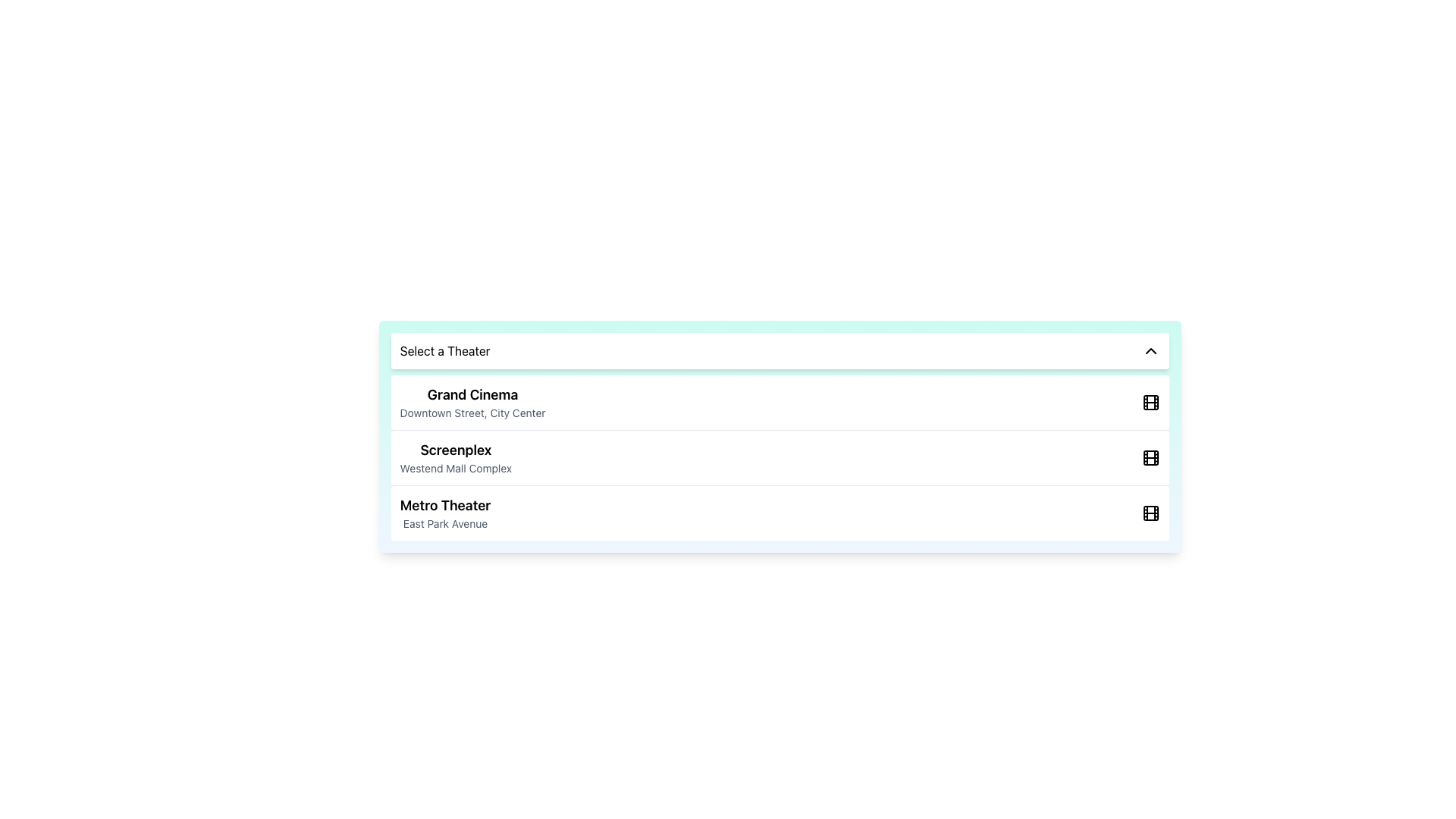  What do you see at coordinates (780, 512) in the screenshot?
I see `the list item representing 'Metro Theater' located at 'East Park Avenue'` at bounding box center [780, 512].